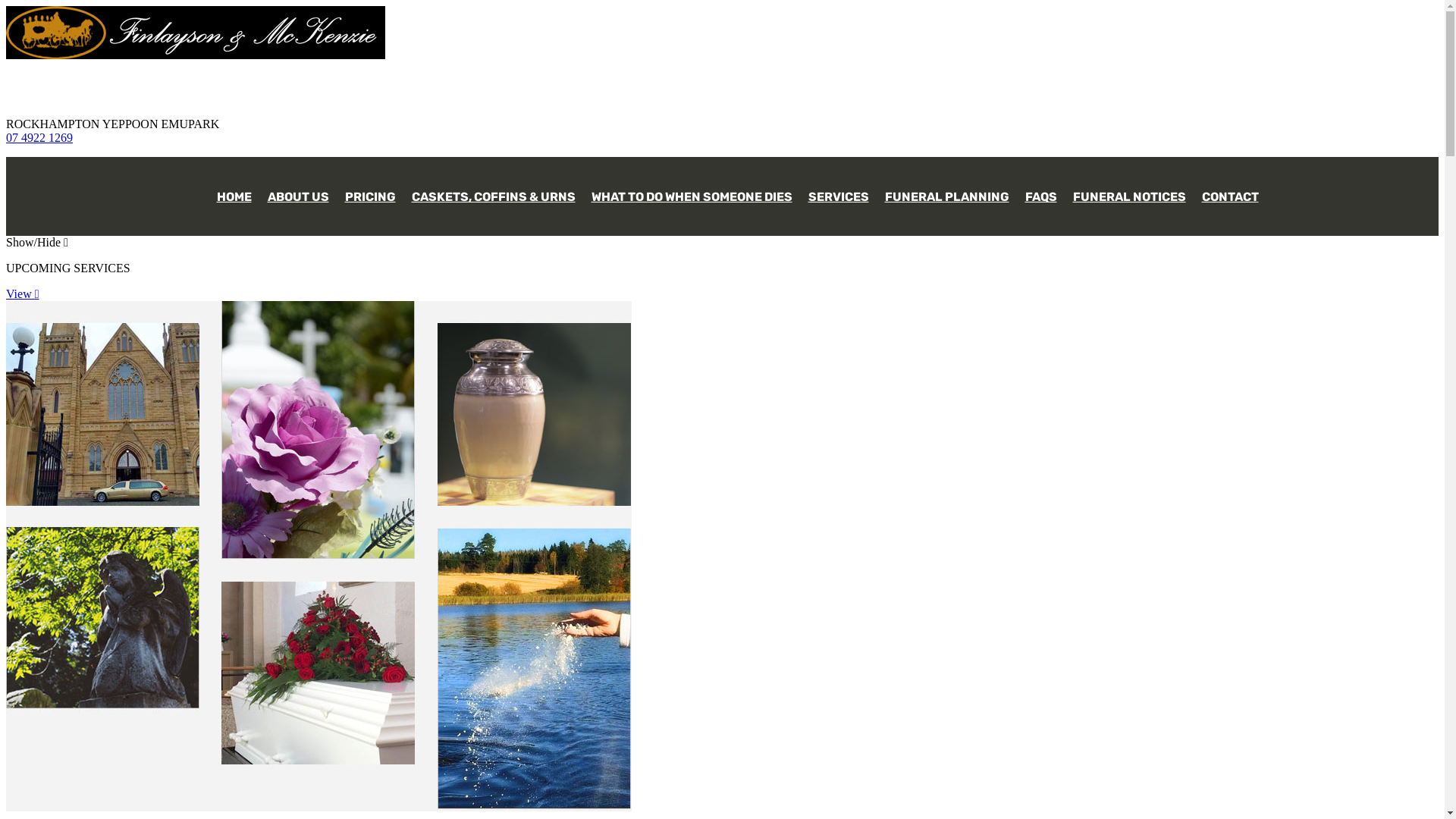 The width and height of the screenshot is (1456, 819). Describe the element at coordinates (1230, 189) in the screenshot. I see `'CONTACT'` at that location.